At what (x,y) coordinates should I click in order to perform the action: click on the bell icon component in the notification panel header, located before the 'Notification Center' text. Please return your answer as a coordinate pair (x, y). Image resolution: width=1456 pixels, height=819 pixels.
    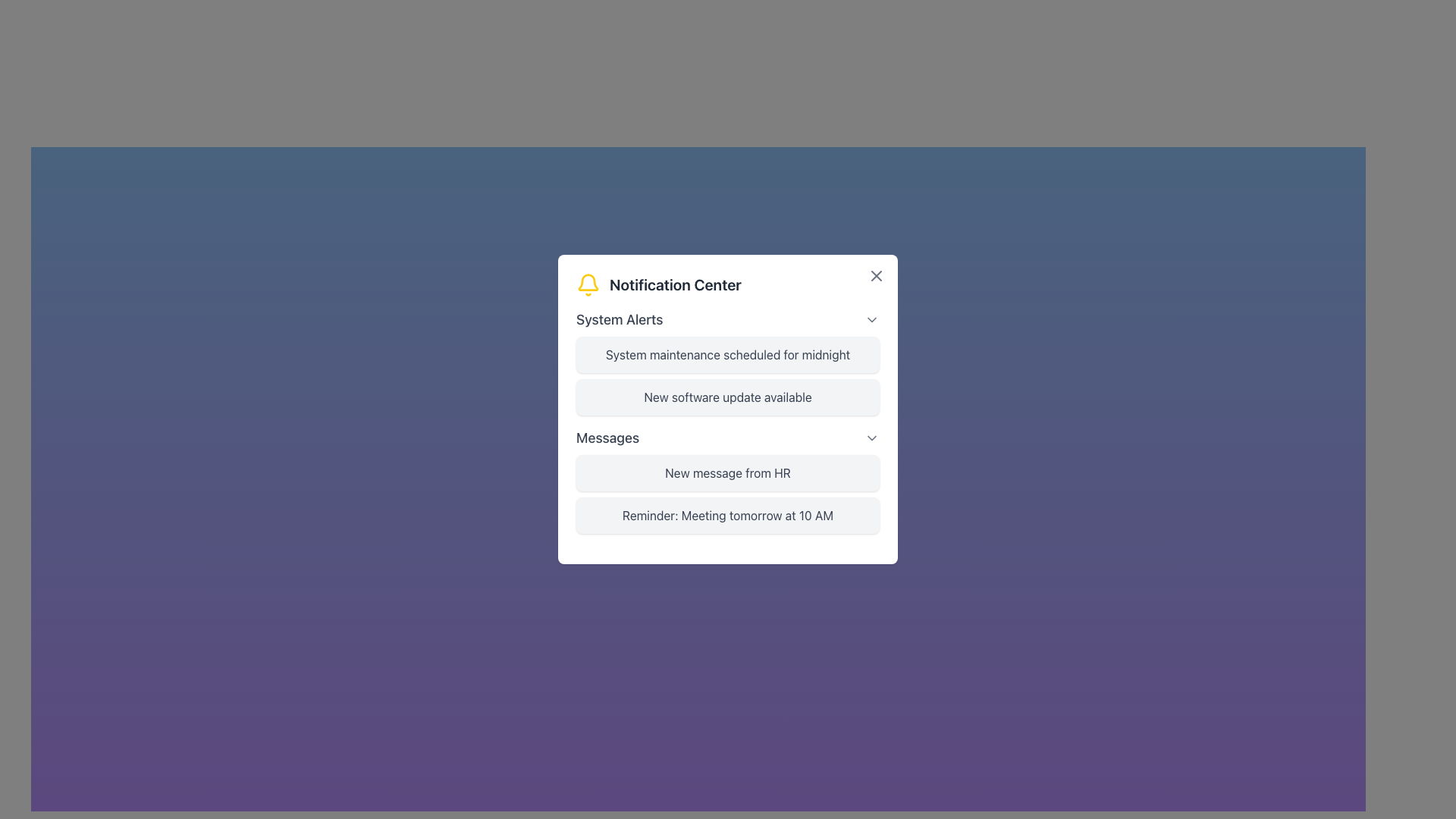
    Looking at the image, I should click on (588, 282).